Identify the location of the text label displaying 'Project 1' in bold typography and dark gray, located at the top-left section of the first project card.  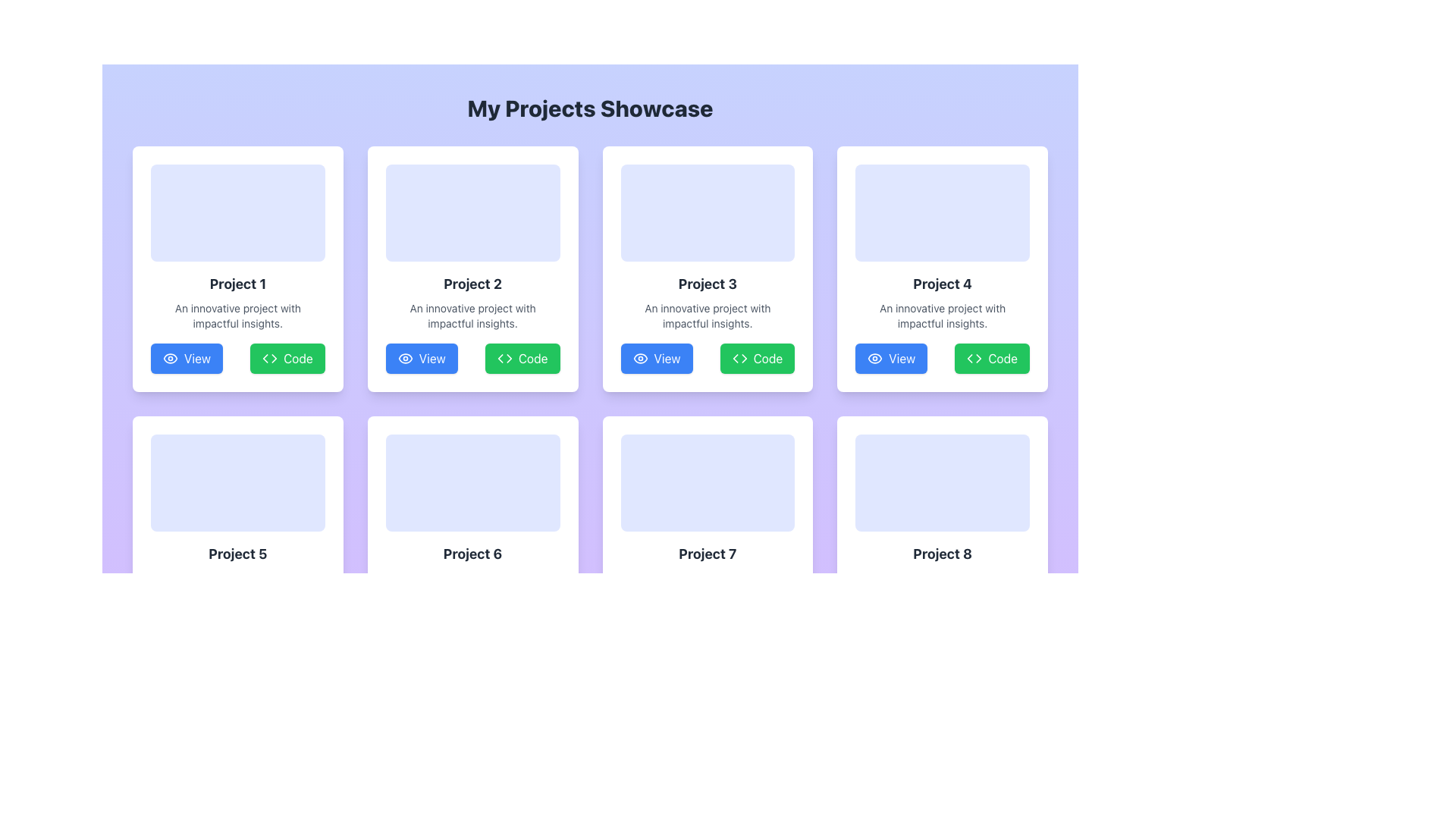
(237, 284).